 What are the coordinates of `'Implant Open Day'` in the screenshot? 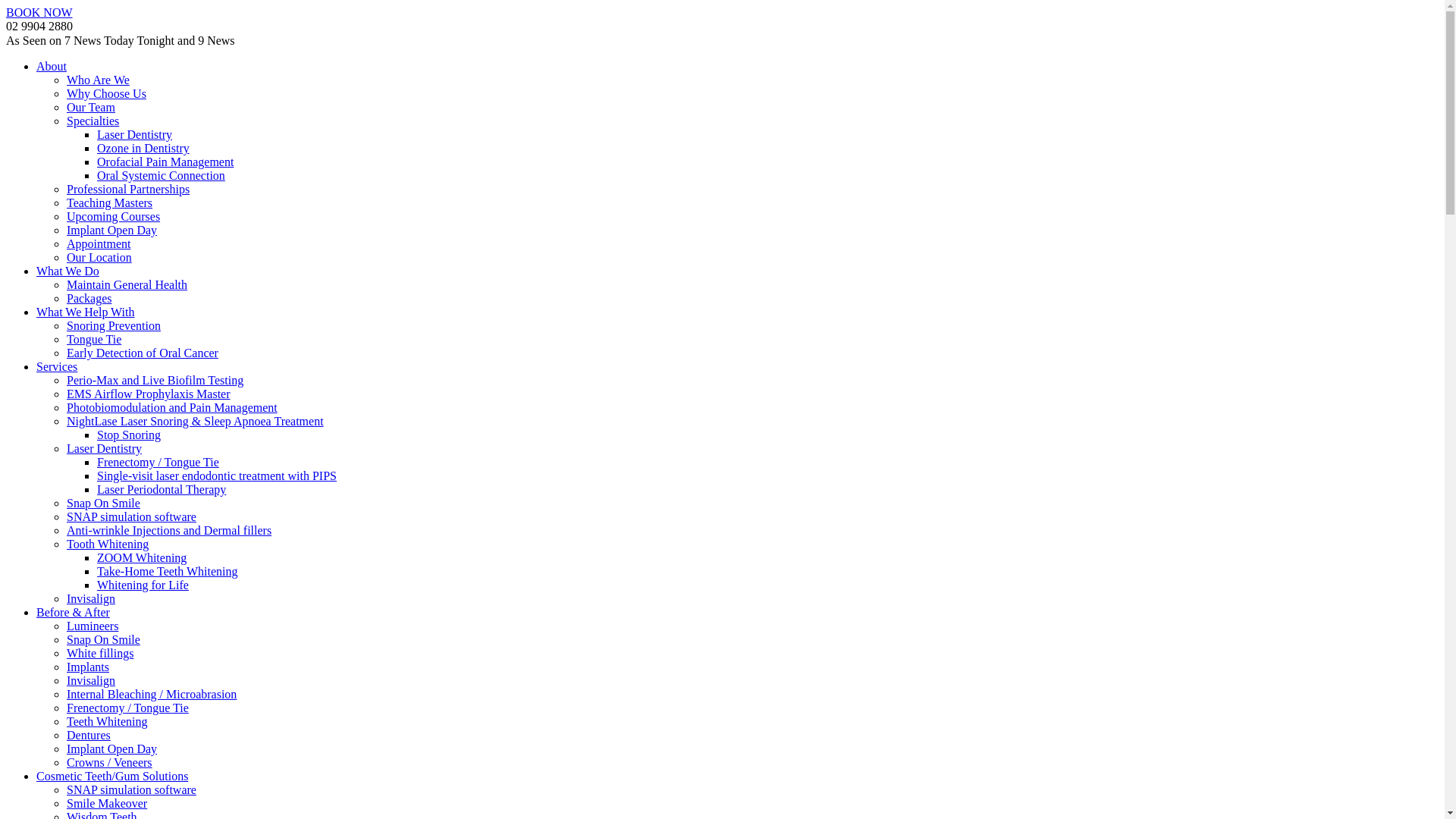 It's located at (111, 748).